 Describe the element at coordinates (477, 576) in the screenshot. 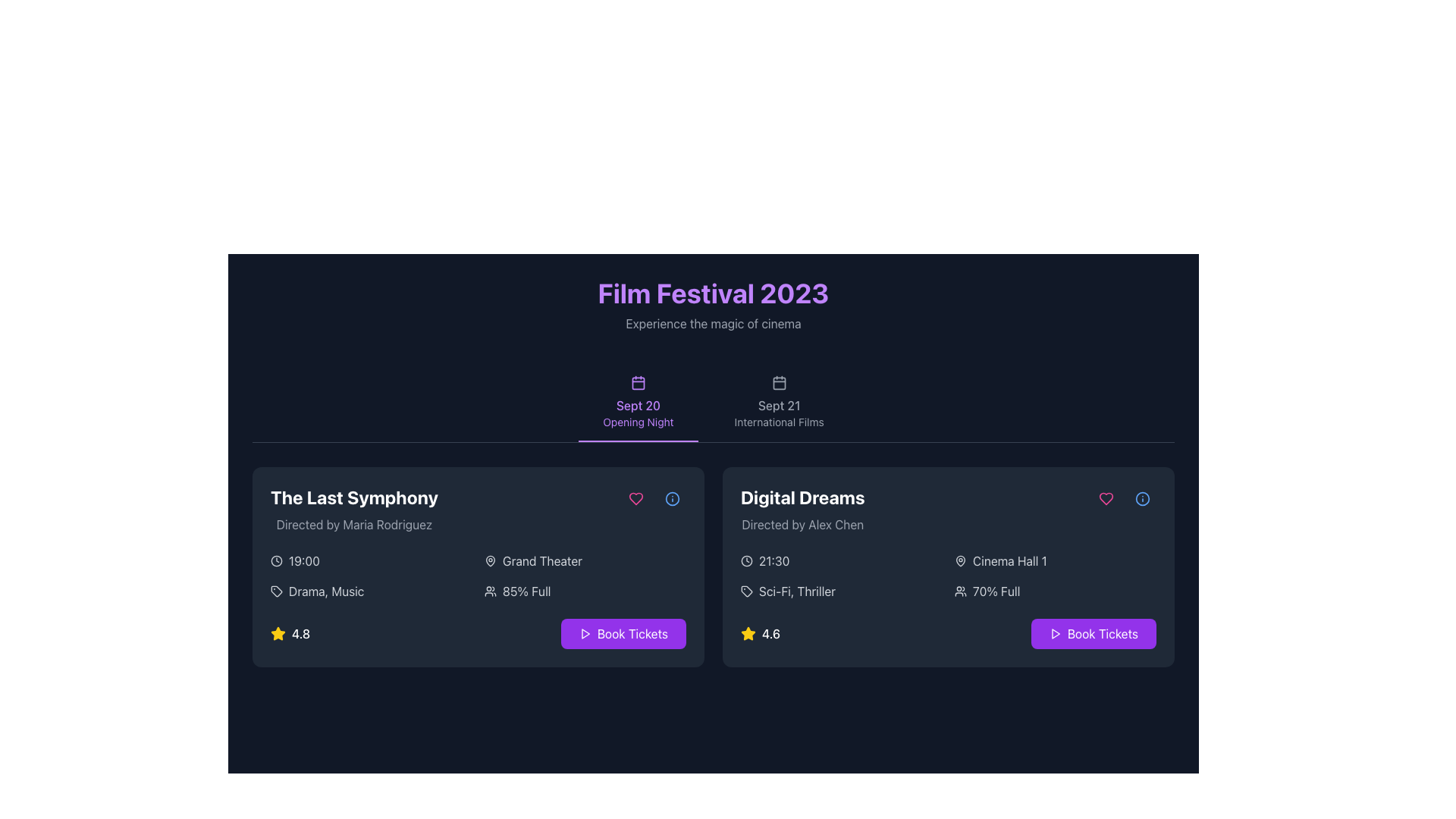

I see `the informational display section in the lower part of 'The Last Symphony' section` at that location.